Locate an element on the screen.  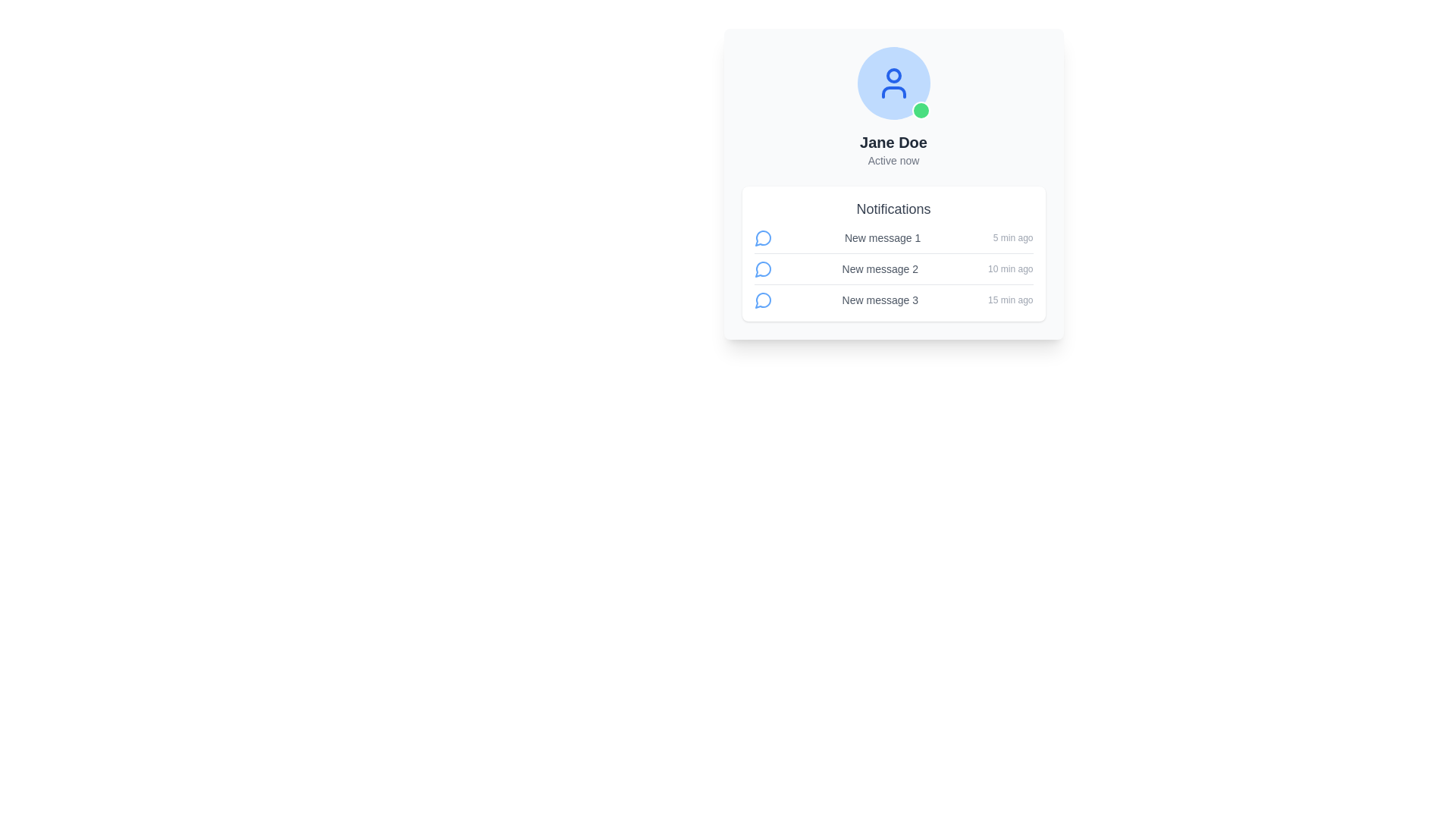
the third entry in the vertical list of notifications, which contains an icon, descriptive text, and a timestamp is located at coordinates (893, 300).